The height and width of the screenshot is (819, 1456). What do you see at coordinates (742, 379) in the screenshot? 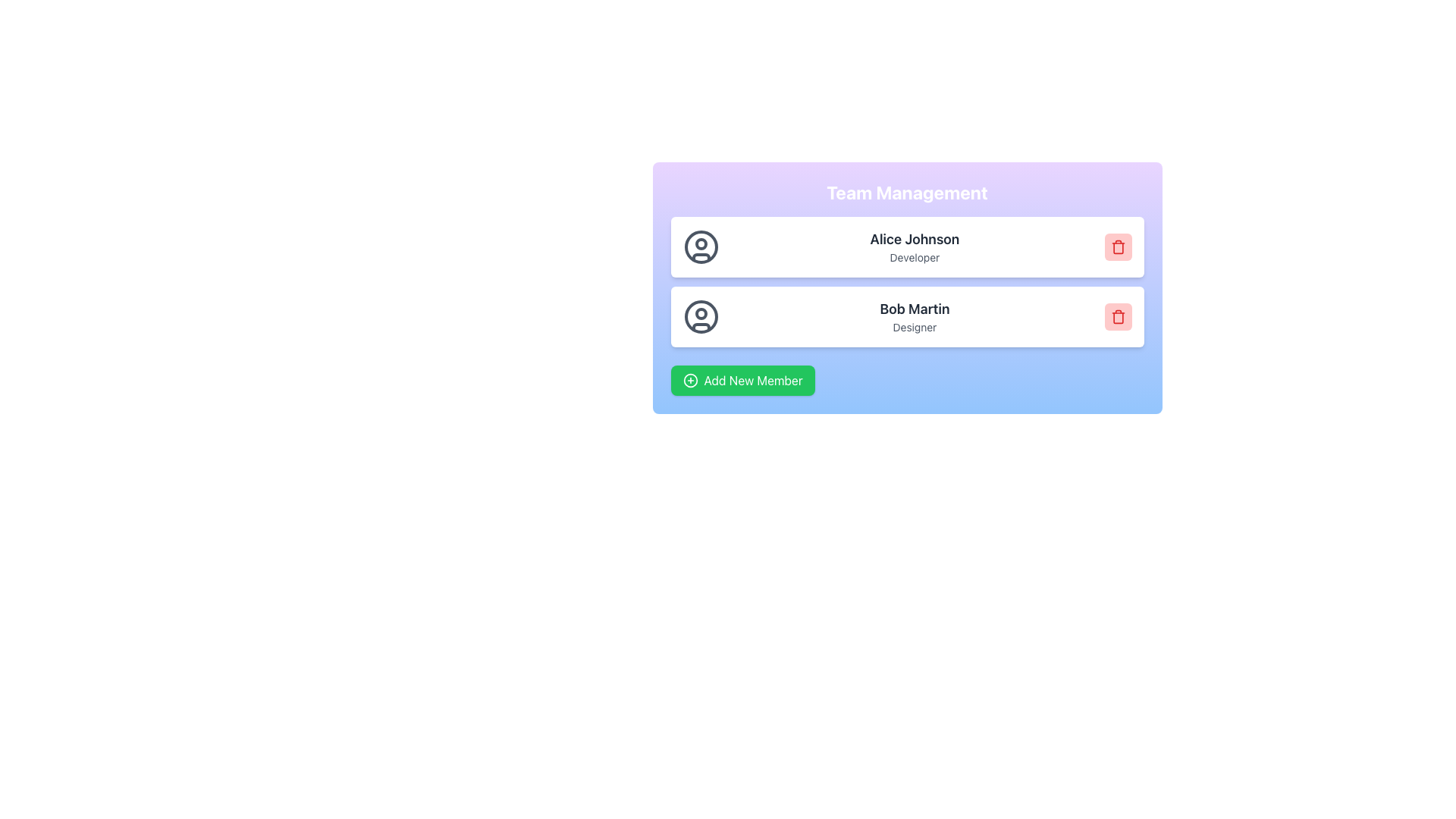
I see `the green button labeled 'Add New Member'` at bounding box center [742, 379].